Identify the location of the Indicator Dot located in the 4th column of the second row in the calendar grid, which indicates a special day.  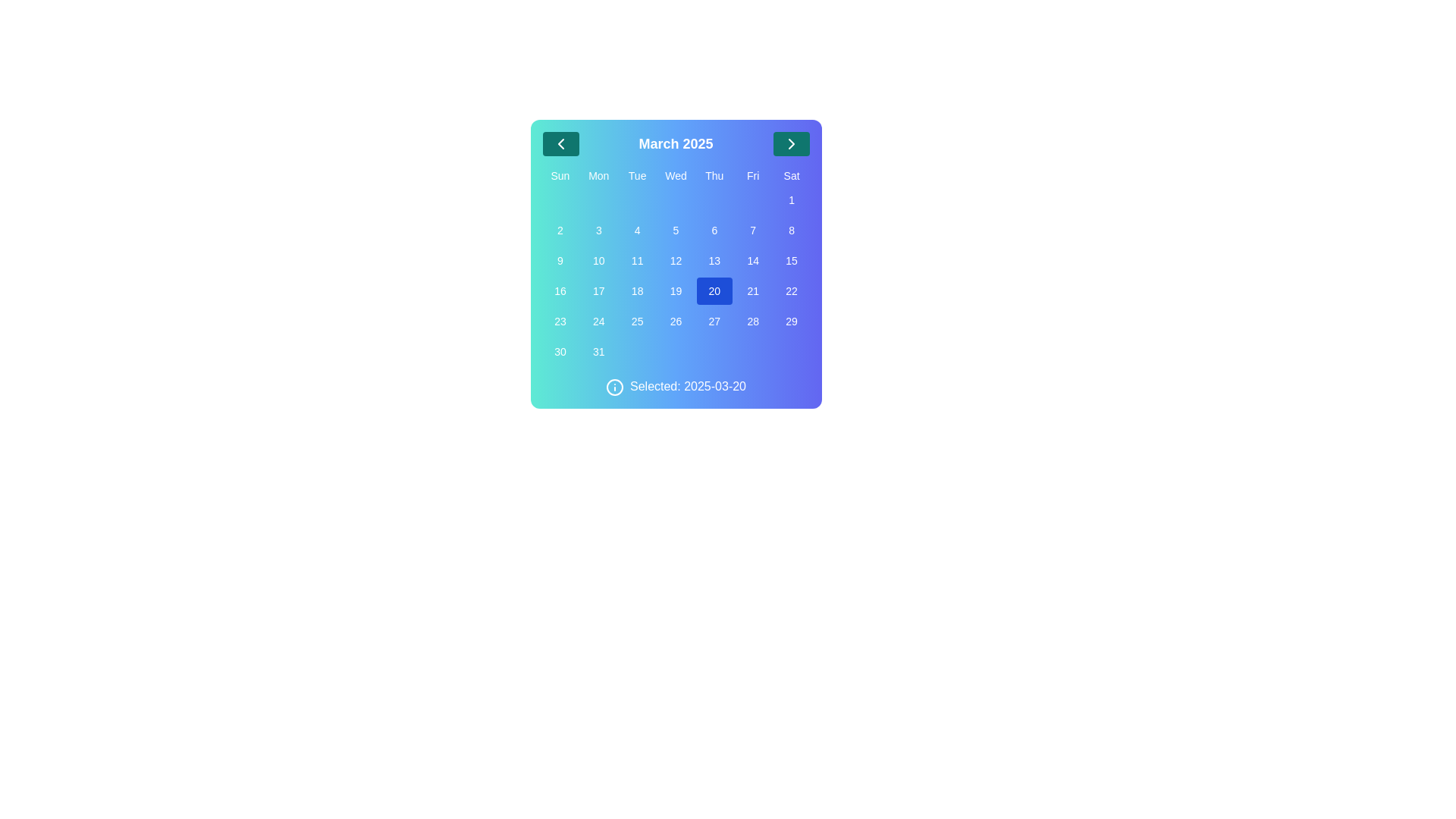
(675, 199).